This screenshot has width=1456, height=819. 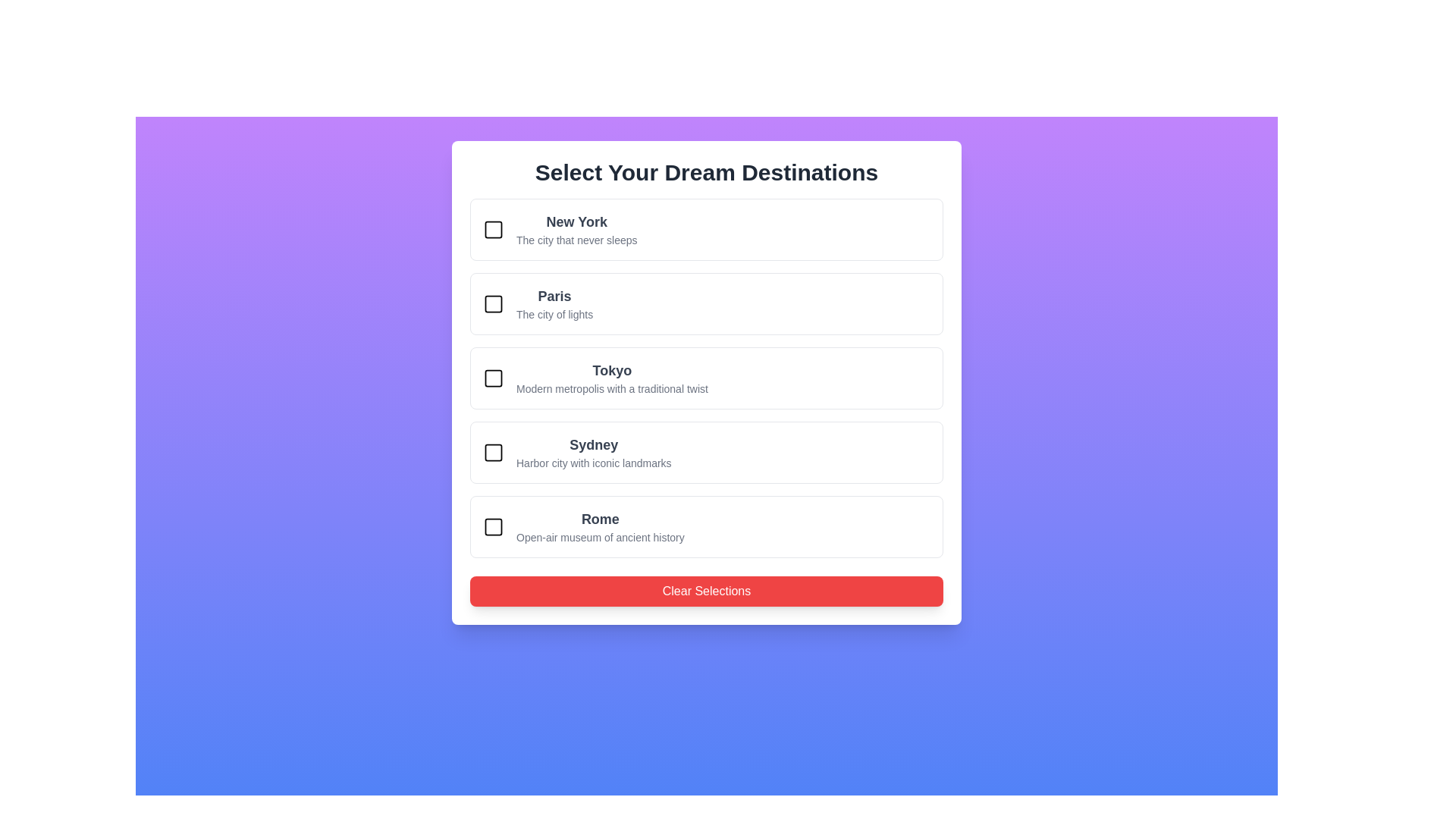 I want to click on the city card for Sydney, so click(x=705, y=452).